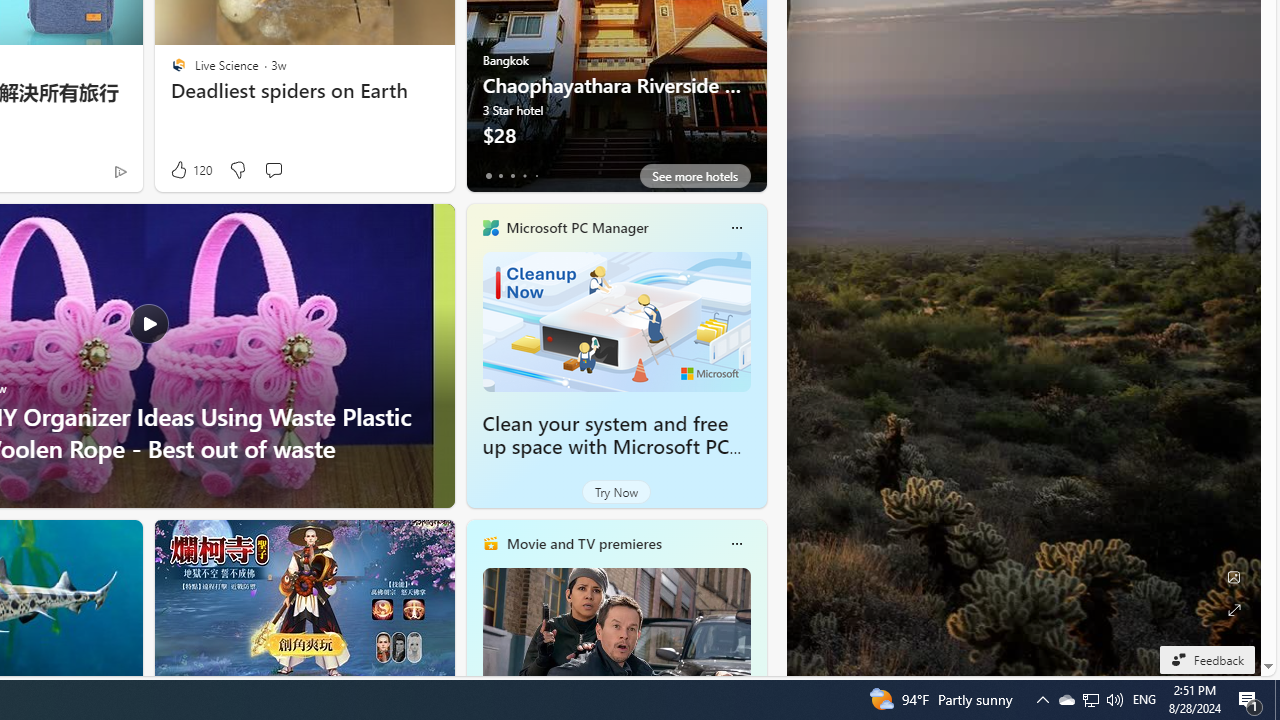 The height and width of the screenshot is (720, 1280). Describe the element at coordinates (119, 170) in the screenshot. I see `'Ad Choice'` at that location.